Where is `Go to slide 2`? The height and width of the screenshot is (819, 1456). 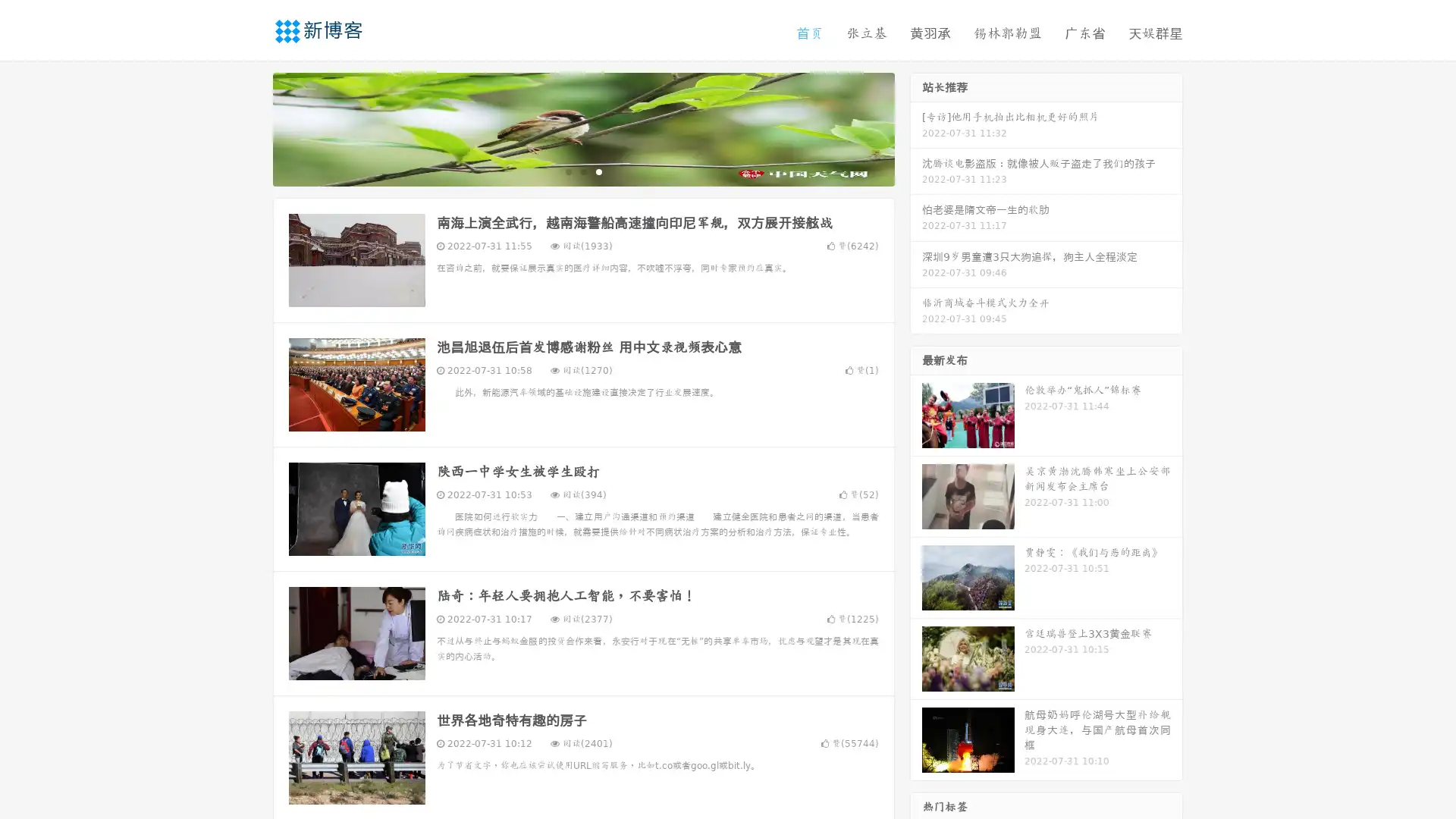 Go to slide 2 is located at coordinates (582, 171).